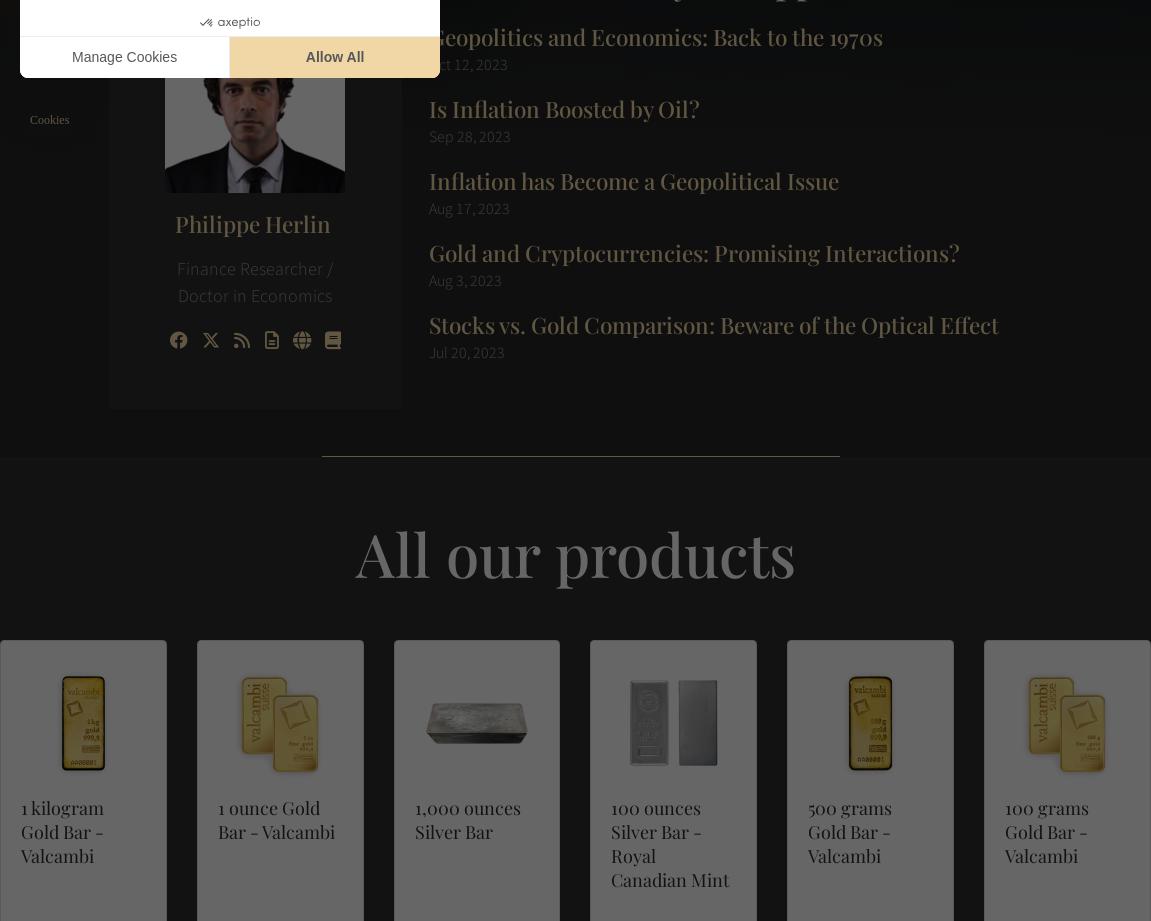  Describe the element at coordinates (427, 136) in the screenshot. I see `'Sep 28, 2023'` at that location.